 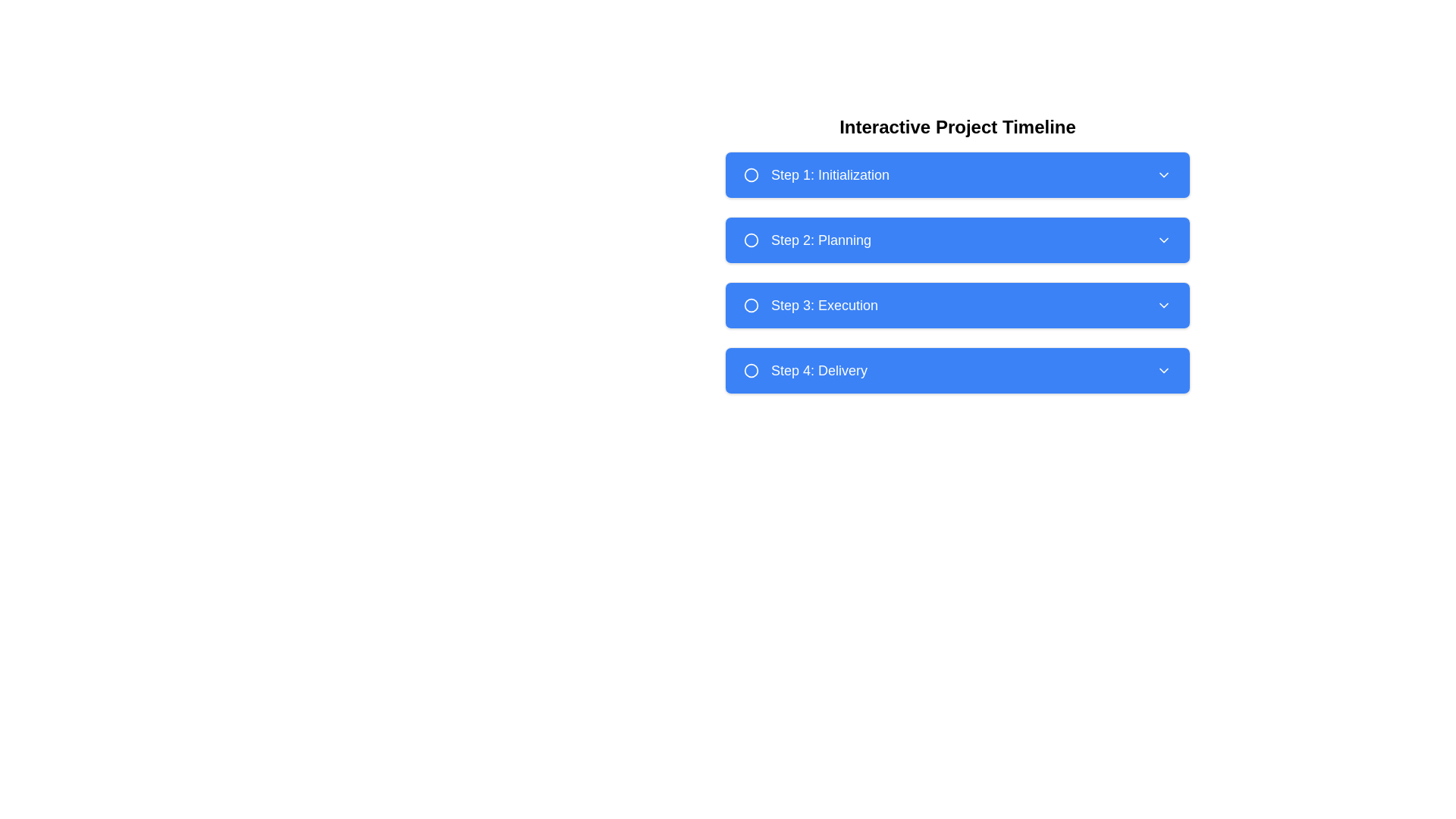 I want to click on the circular icon indicating the completion or selection status of 'Step 4: Delivery', which is positioned to the left of the text, so click(x=751, y=371).